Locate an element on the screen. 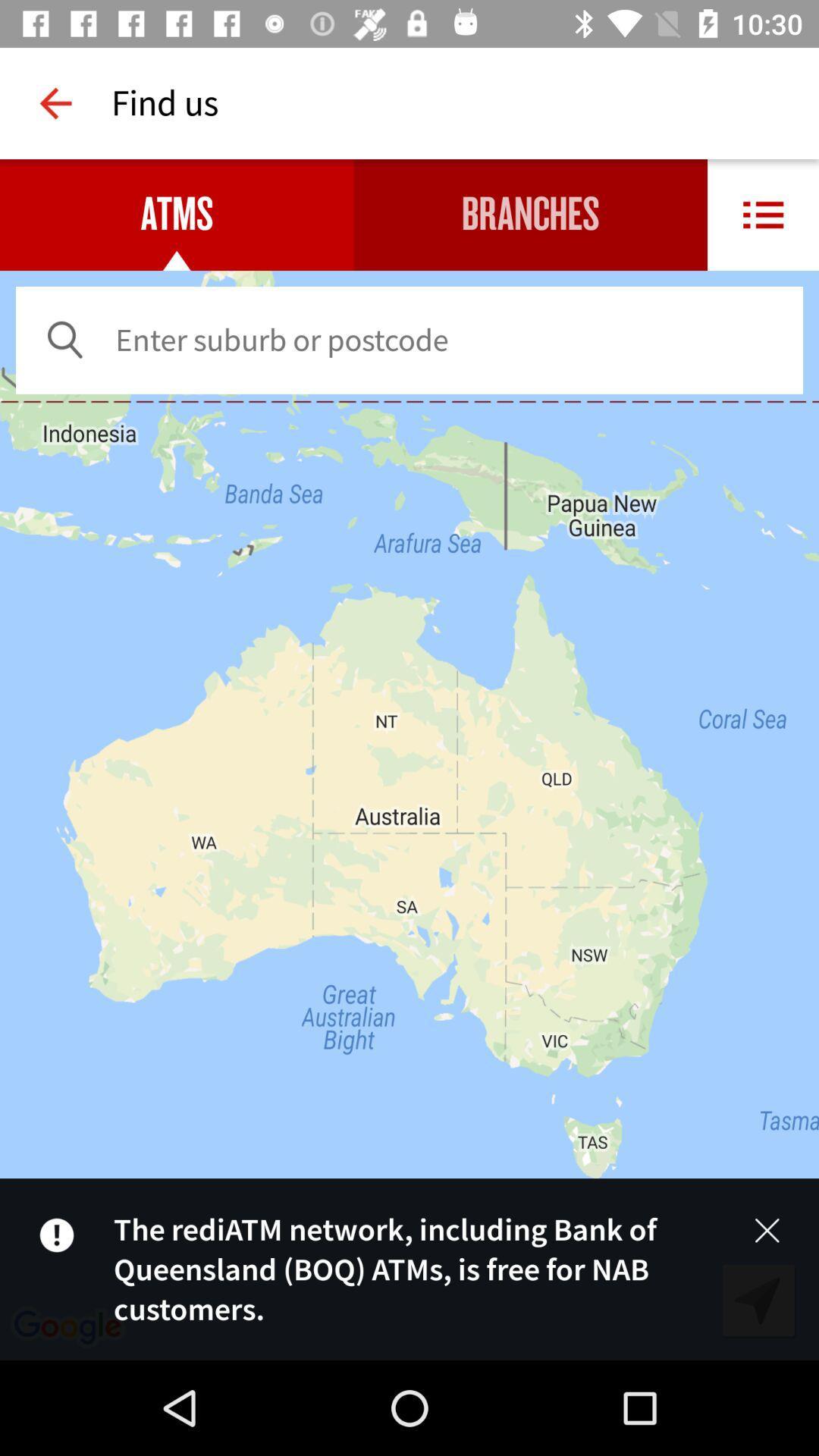 The height and width of the screenshot is (1456, 819). the close icon is located at coordinates (767, 1230).